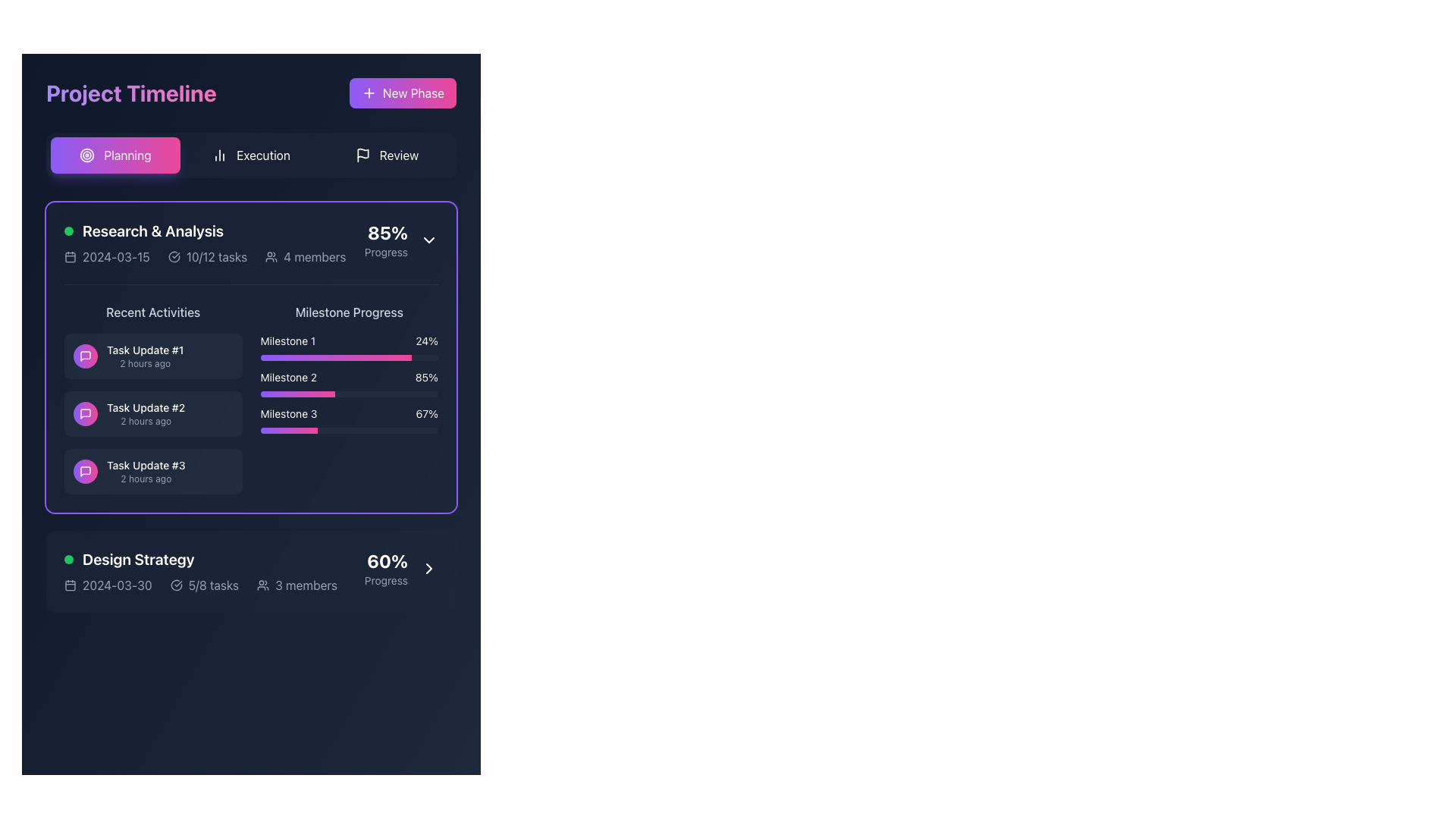  Describe the element at coordinates (348, 312) in the screenshot. I see `the text label displaying 'Milestone Progress' located at the top of the 'Recent Activities' section` at that location.